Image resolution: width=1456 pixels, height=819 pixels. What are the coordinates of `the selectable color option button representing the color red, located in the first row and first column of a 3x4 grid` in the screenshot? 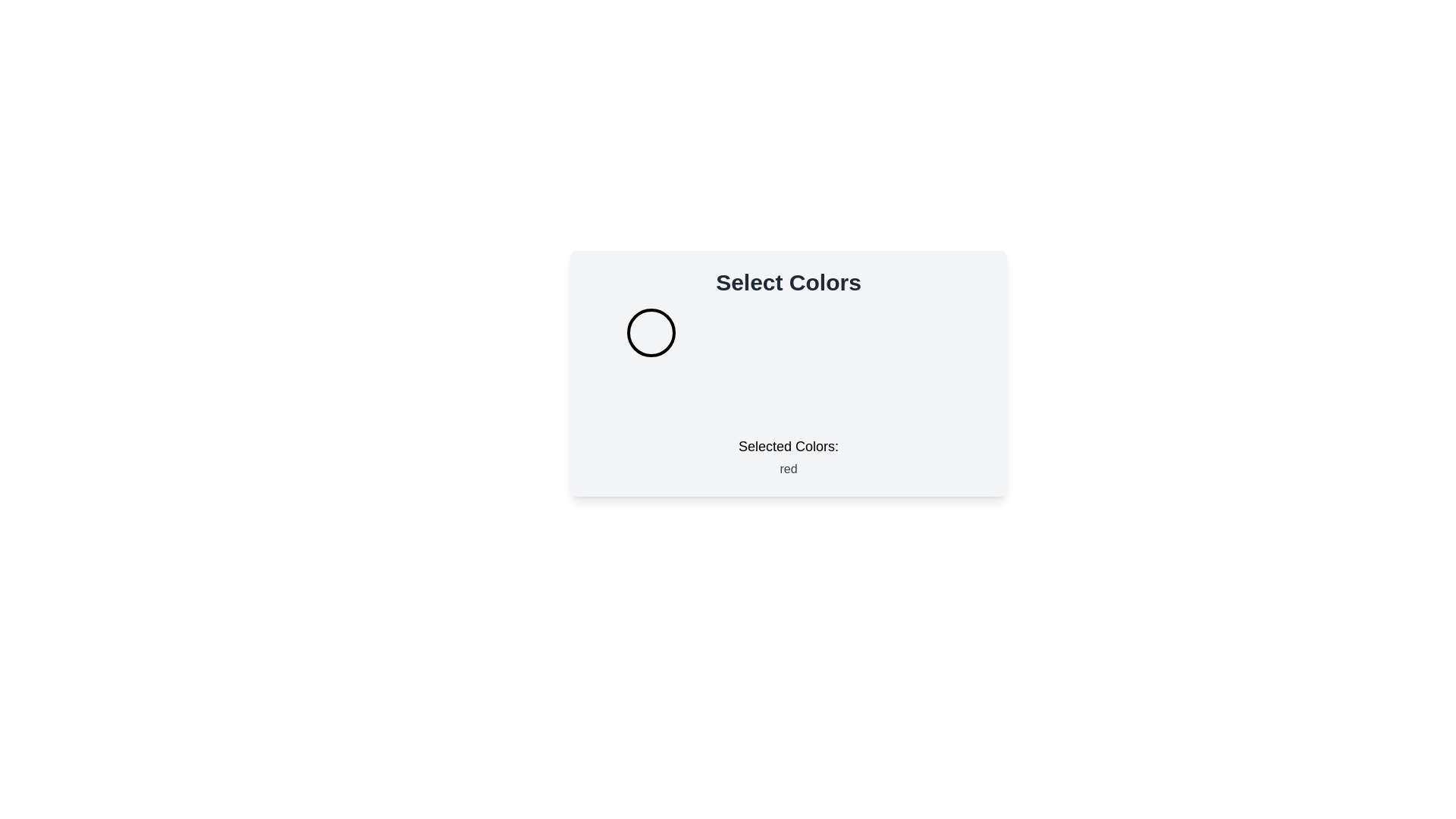 It's located at (651, 332).